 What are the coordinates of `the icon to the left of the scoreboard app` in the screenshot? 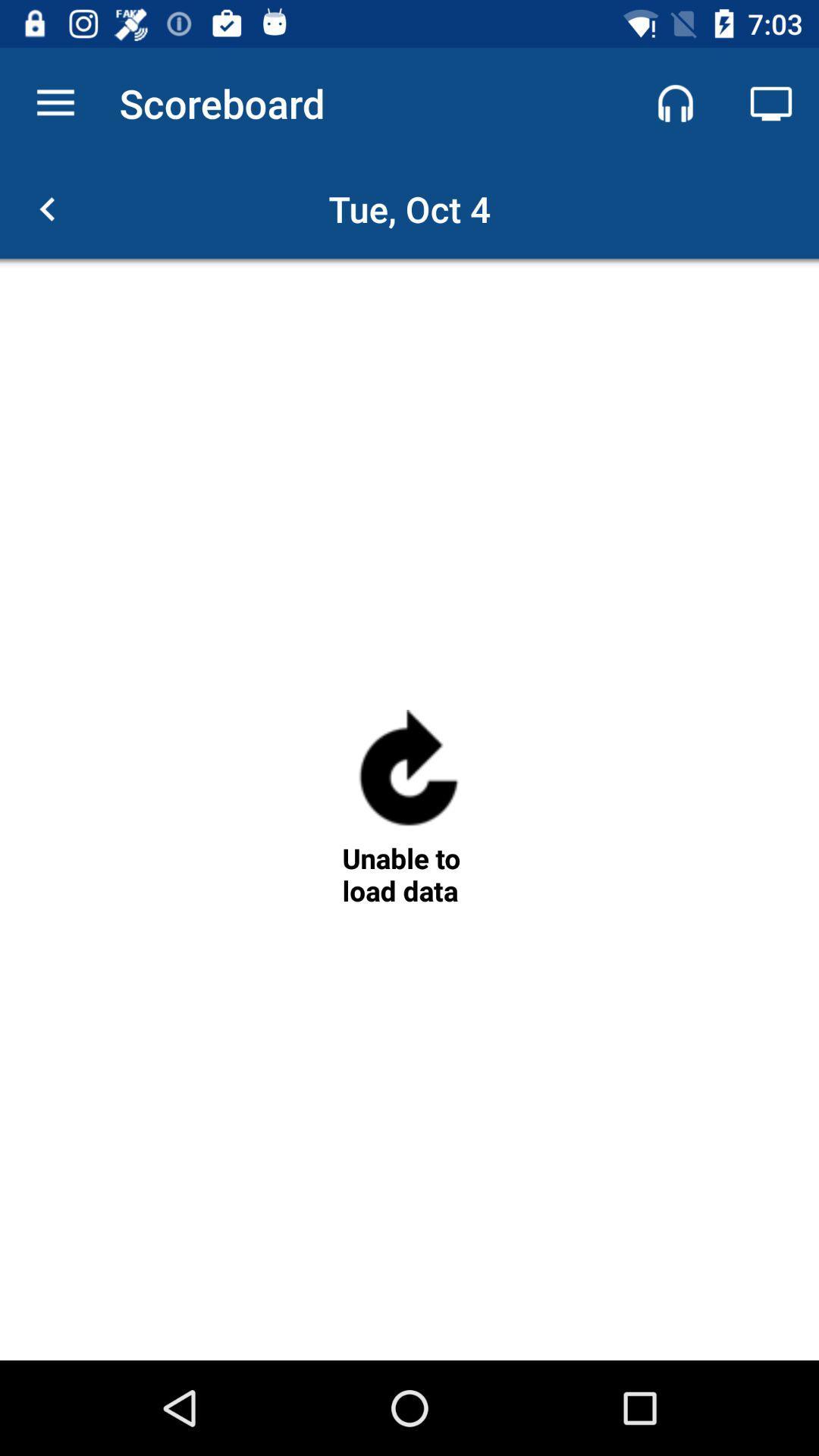 It's located at (55, 102).